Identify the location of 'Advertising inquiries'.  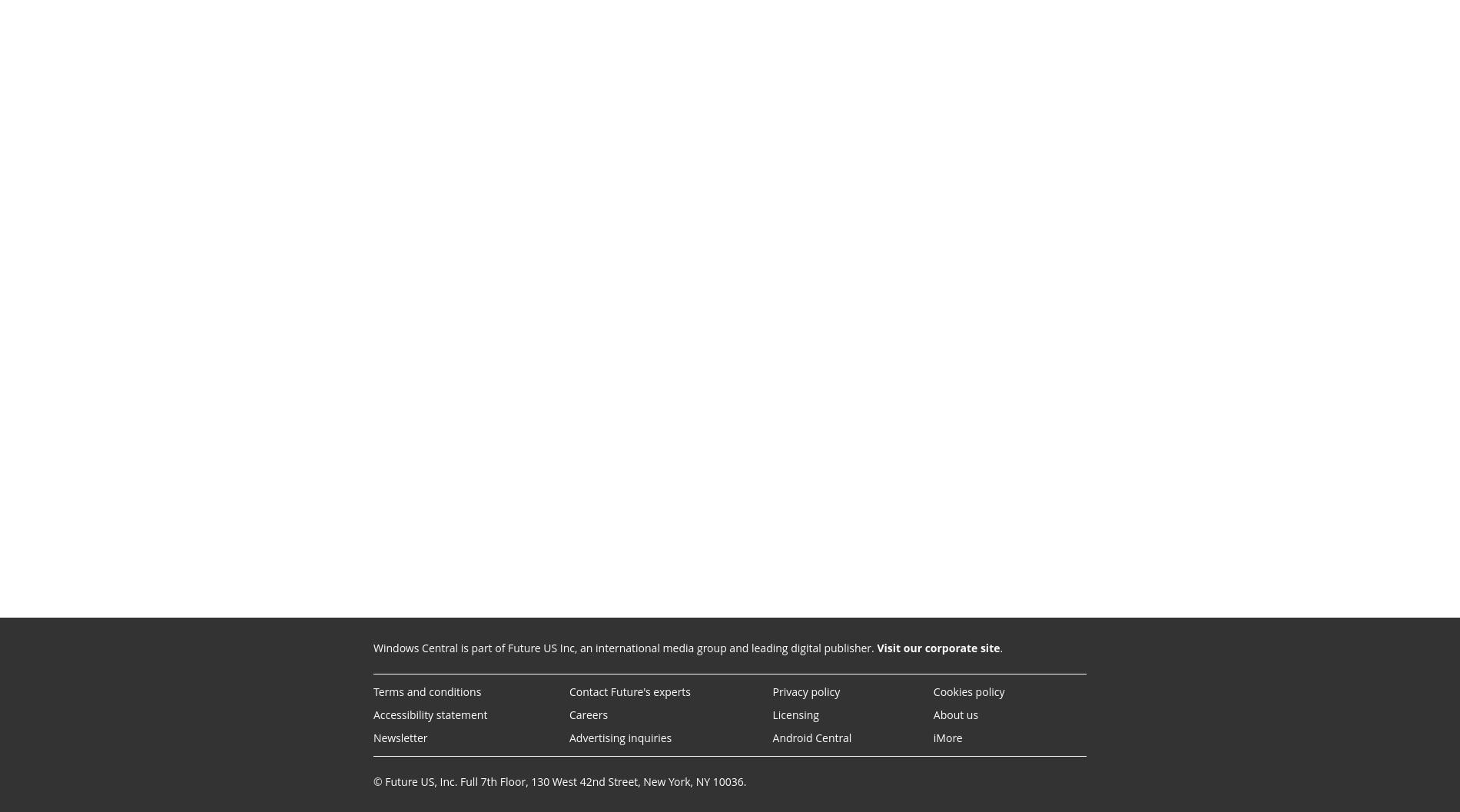
(619, 737).